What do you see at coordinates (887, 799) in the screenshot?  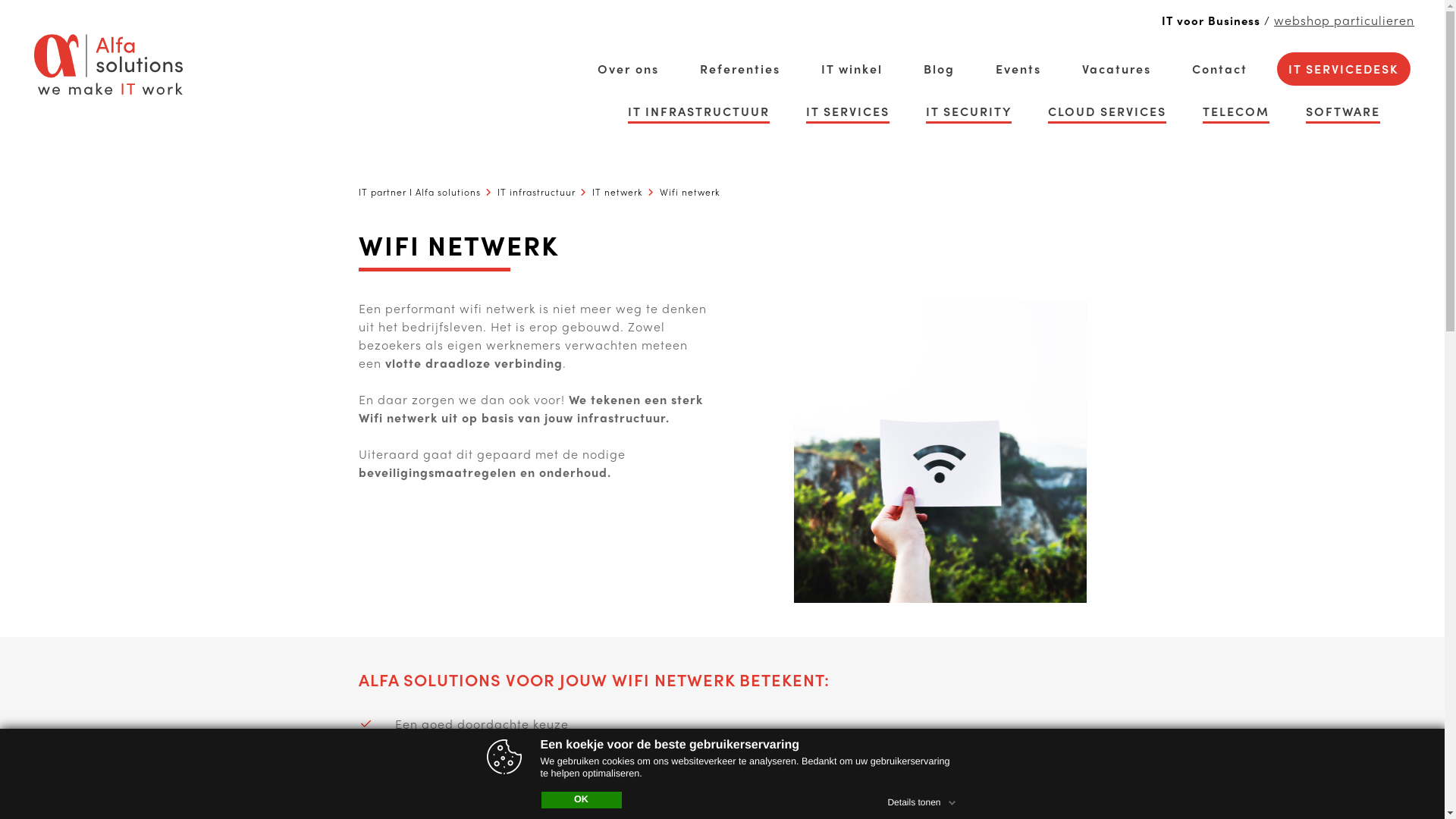 I see `'Details tonen'` at bounding box center [887, 799].